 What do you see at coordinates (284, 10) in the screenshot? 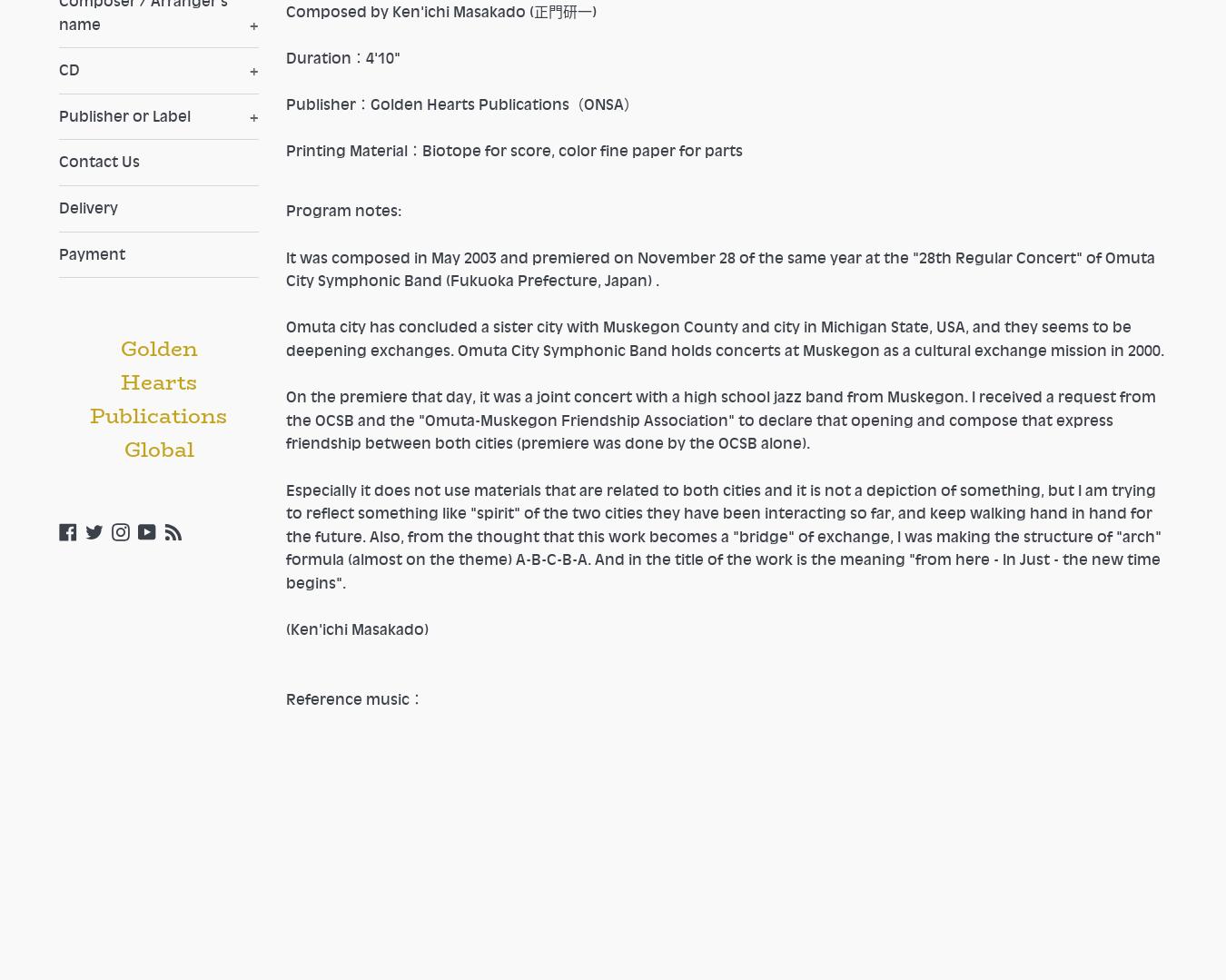
I see `'Composed by Ken'ichi Masakado (正門研一)'` at bounding box center [284, 10].